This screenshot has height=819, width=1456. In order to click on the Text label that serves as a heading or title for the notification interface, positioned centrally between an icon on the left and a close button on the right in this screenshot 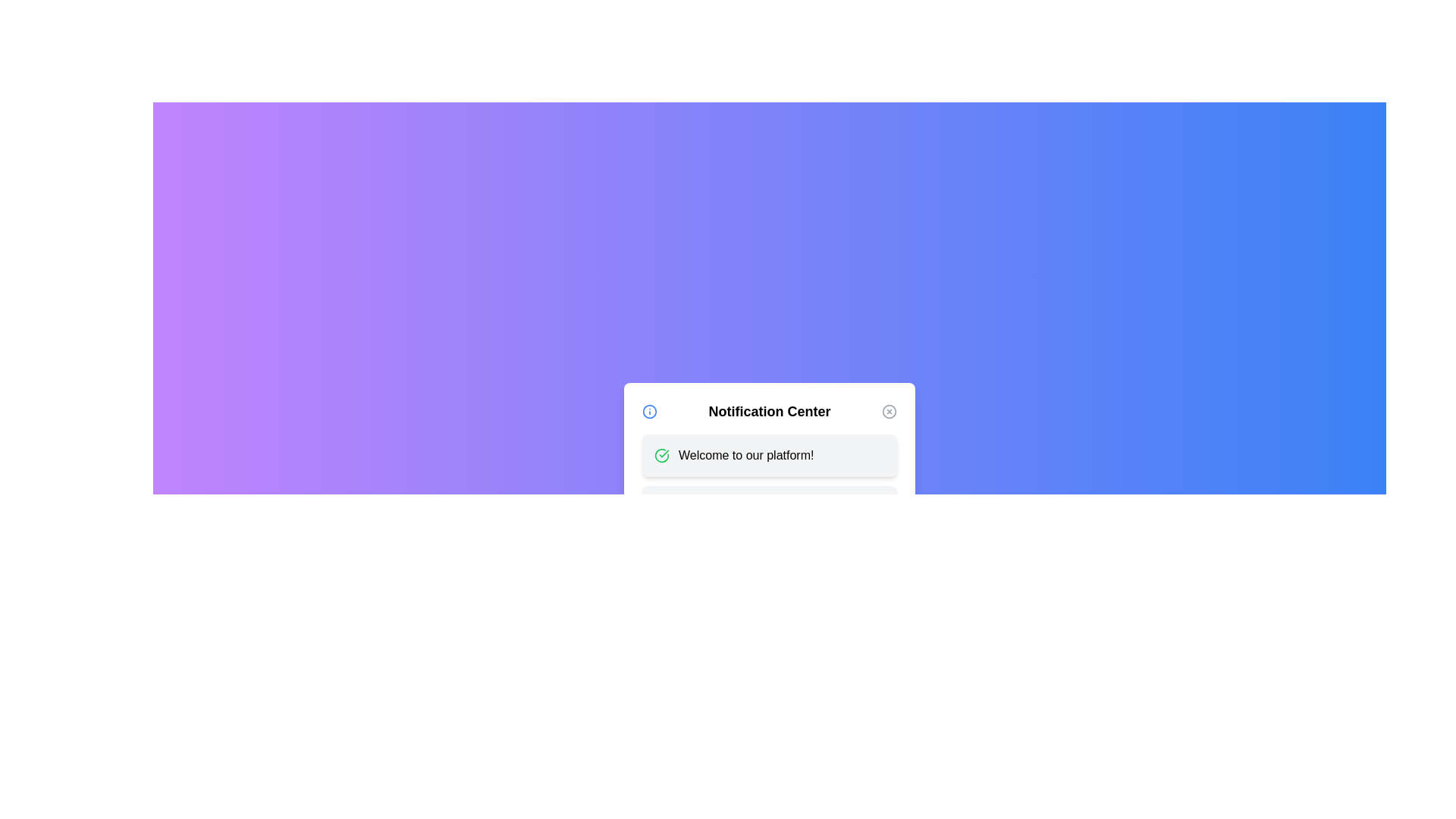, I will do `click(769, 412)`.